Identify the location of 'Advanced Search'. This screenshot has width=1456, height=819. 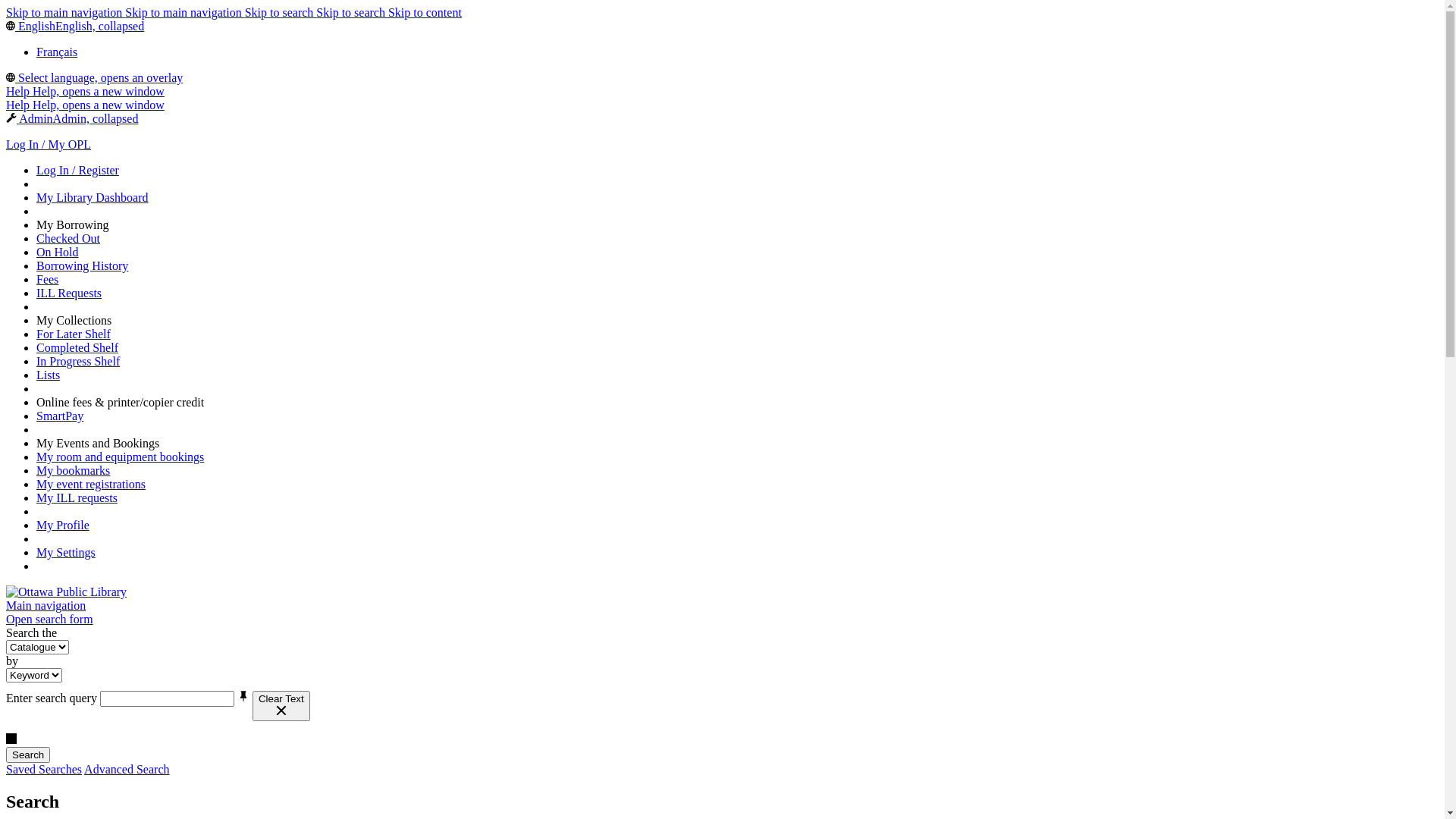
(83, 769).